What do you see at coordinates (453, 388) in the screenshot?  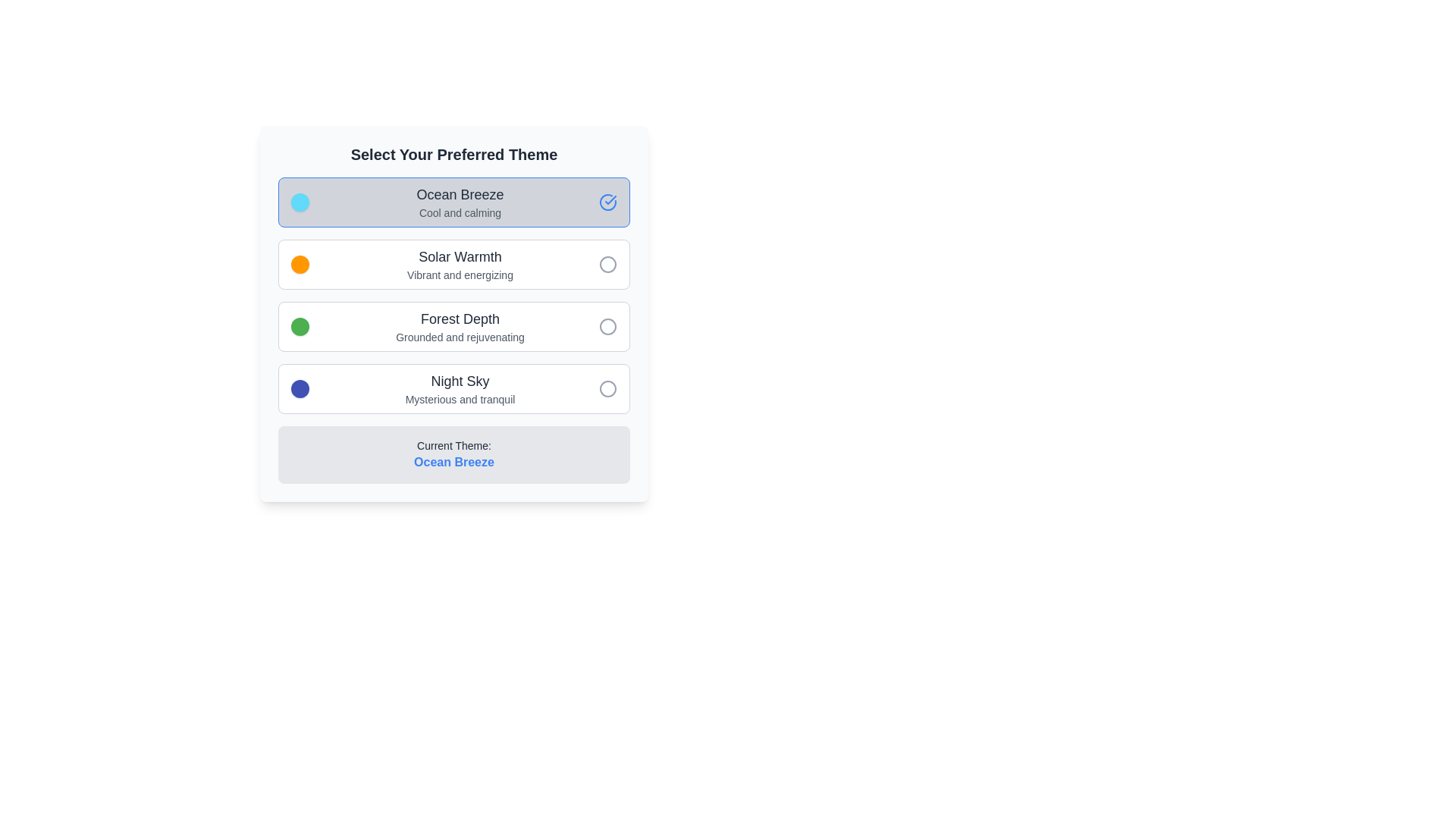 I see `the selectable list item for the 'Night Sky' theme, which is the fourth option in a vertical list of theme selections` at bounding box center [453, 388].